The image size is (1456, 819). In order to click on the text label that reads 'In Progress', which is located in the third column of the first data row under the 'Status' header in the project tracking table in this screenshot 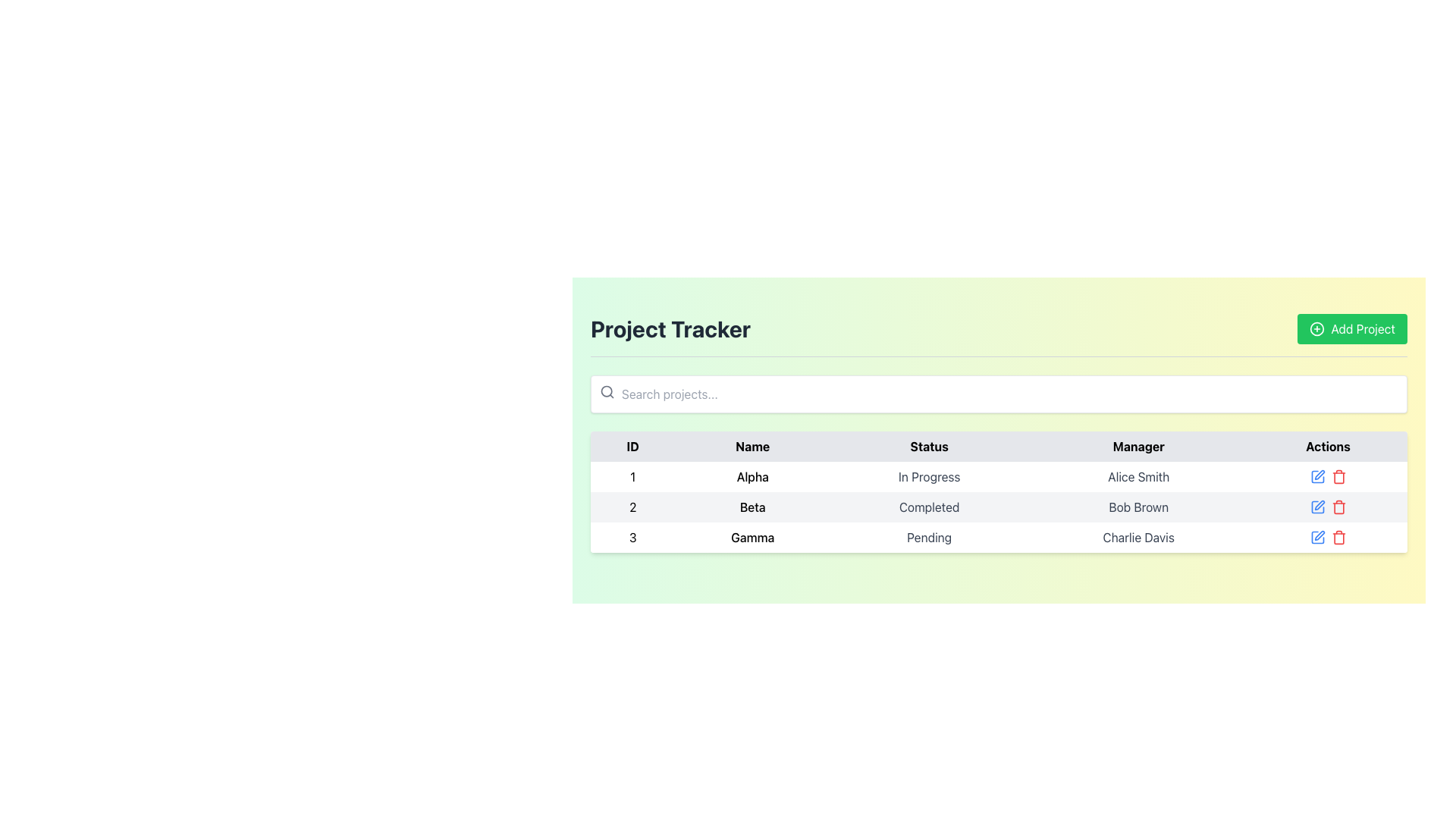, I will do `click(928, 475)`.